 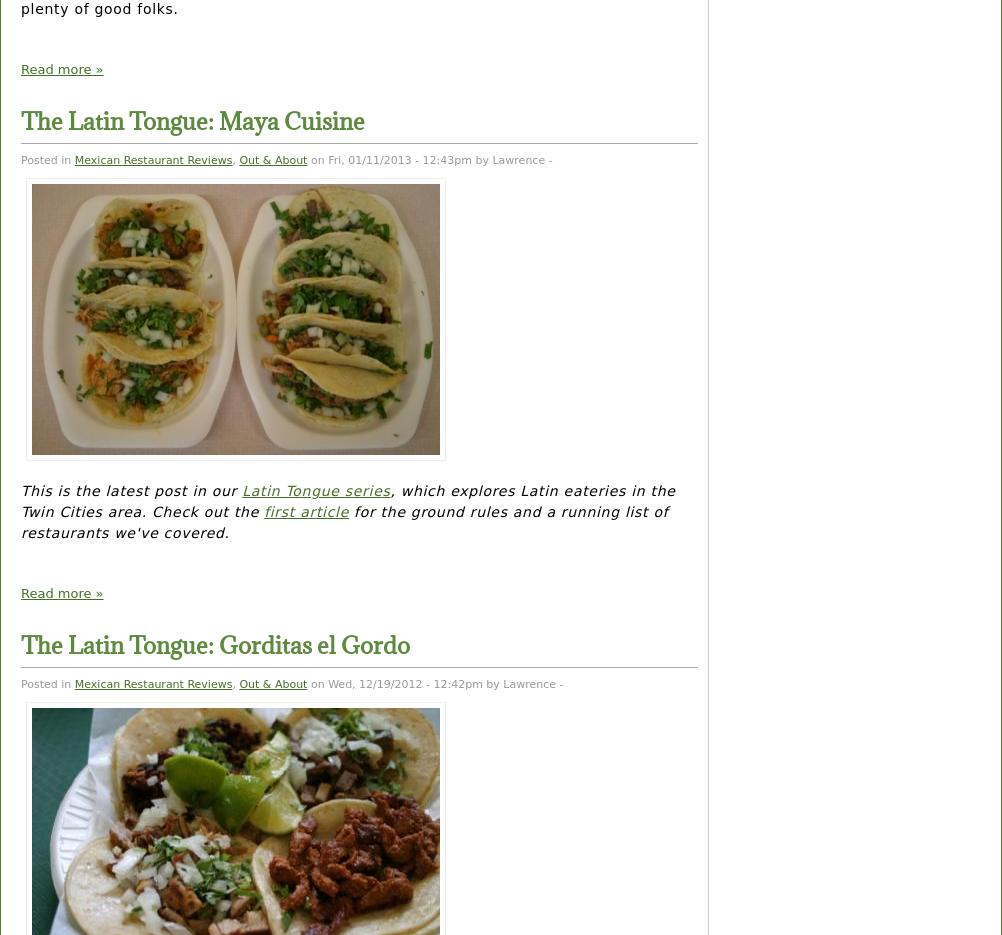 I want to click on 'on Fri, 01/11/2013 - 12:43pm by Lawrence -', so click(x=428, y=159).